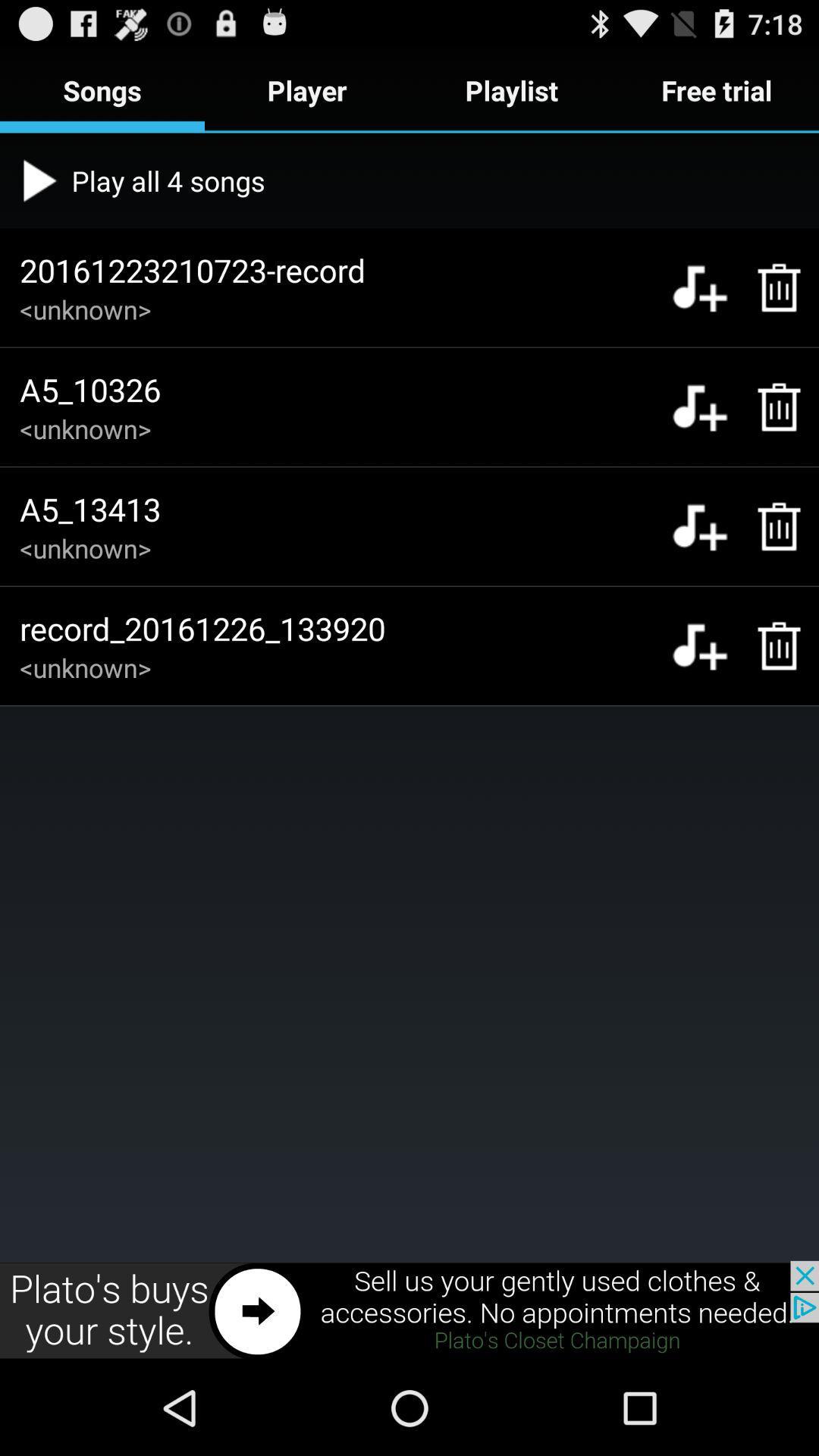  Describe the element at coordinates (699, 407) in the screenshot. I see `music` at that location.